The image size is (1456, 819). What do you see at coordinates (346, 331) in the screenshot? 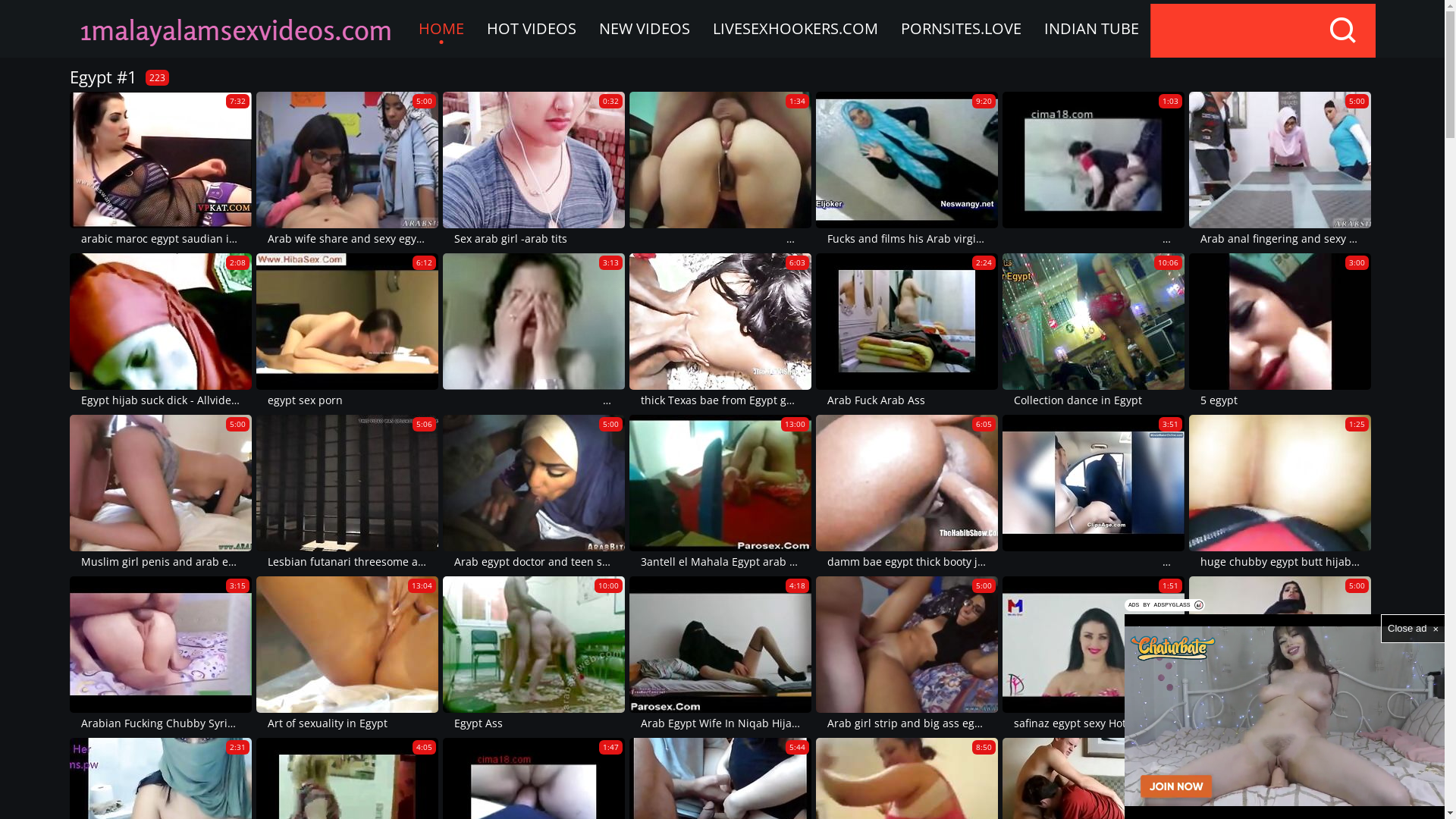
I see `'6:12` at bounding box center [346, 331].